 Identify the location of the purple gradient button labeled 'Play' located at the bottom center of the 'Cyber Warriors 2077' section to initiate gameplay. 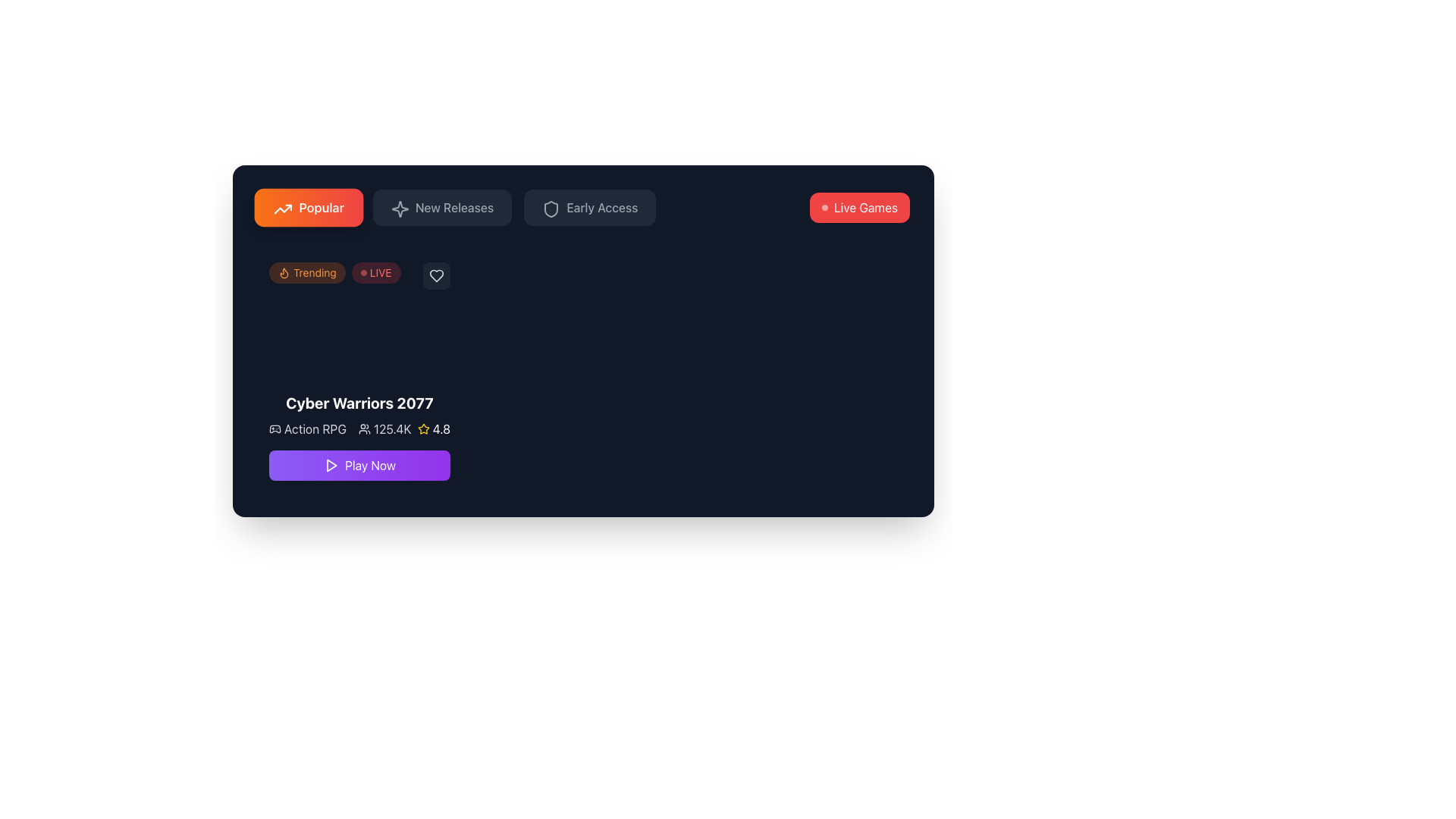
(370, 464).